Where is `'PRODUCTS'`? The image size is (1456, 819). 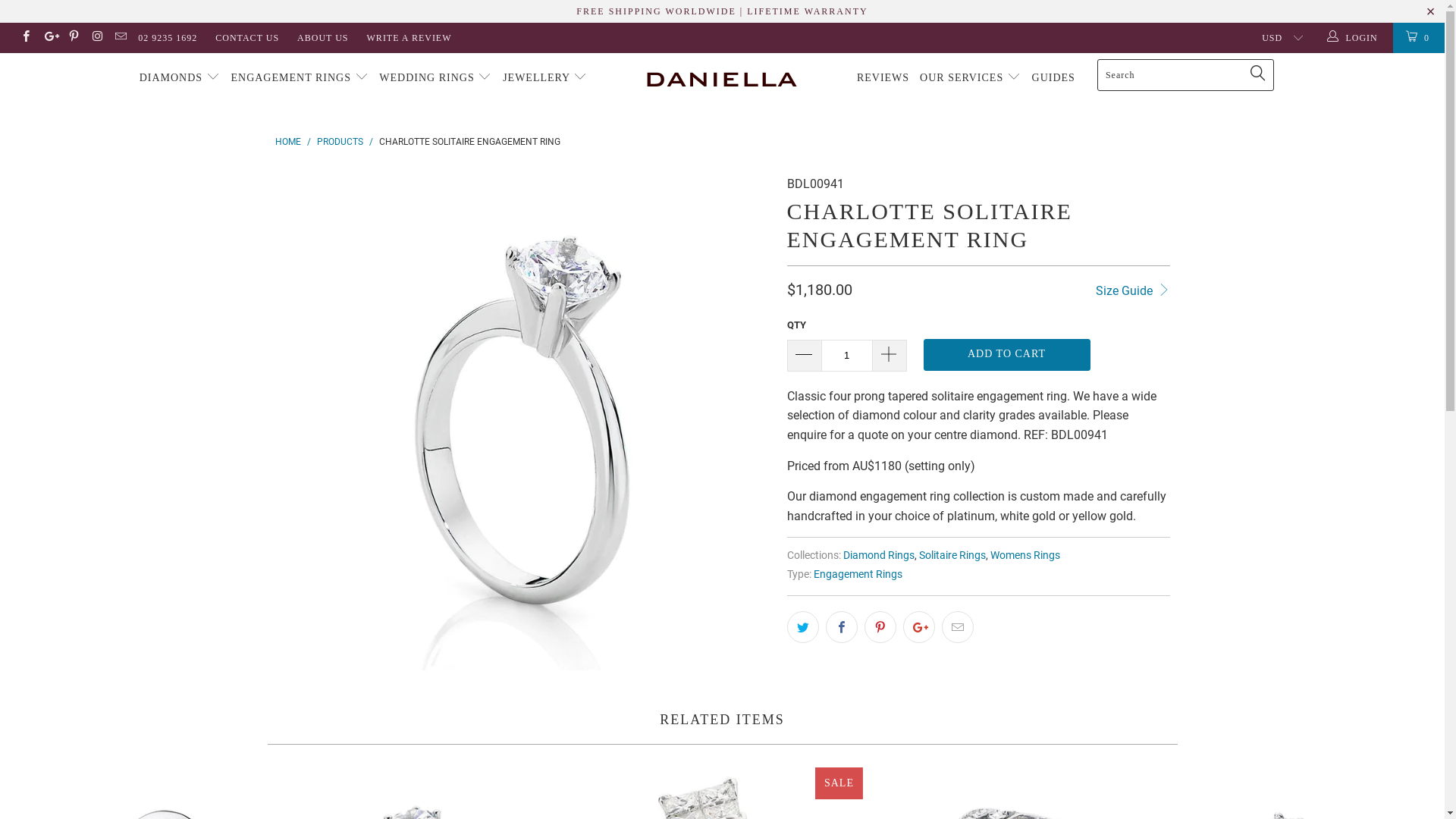
'PRODUCTS' is located at coordinates (339, 141).